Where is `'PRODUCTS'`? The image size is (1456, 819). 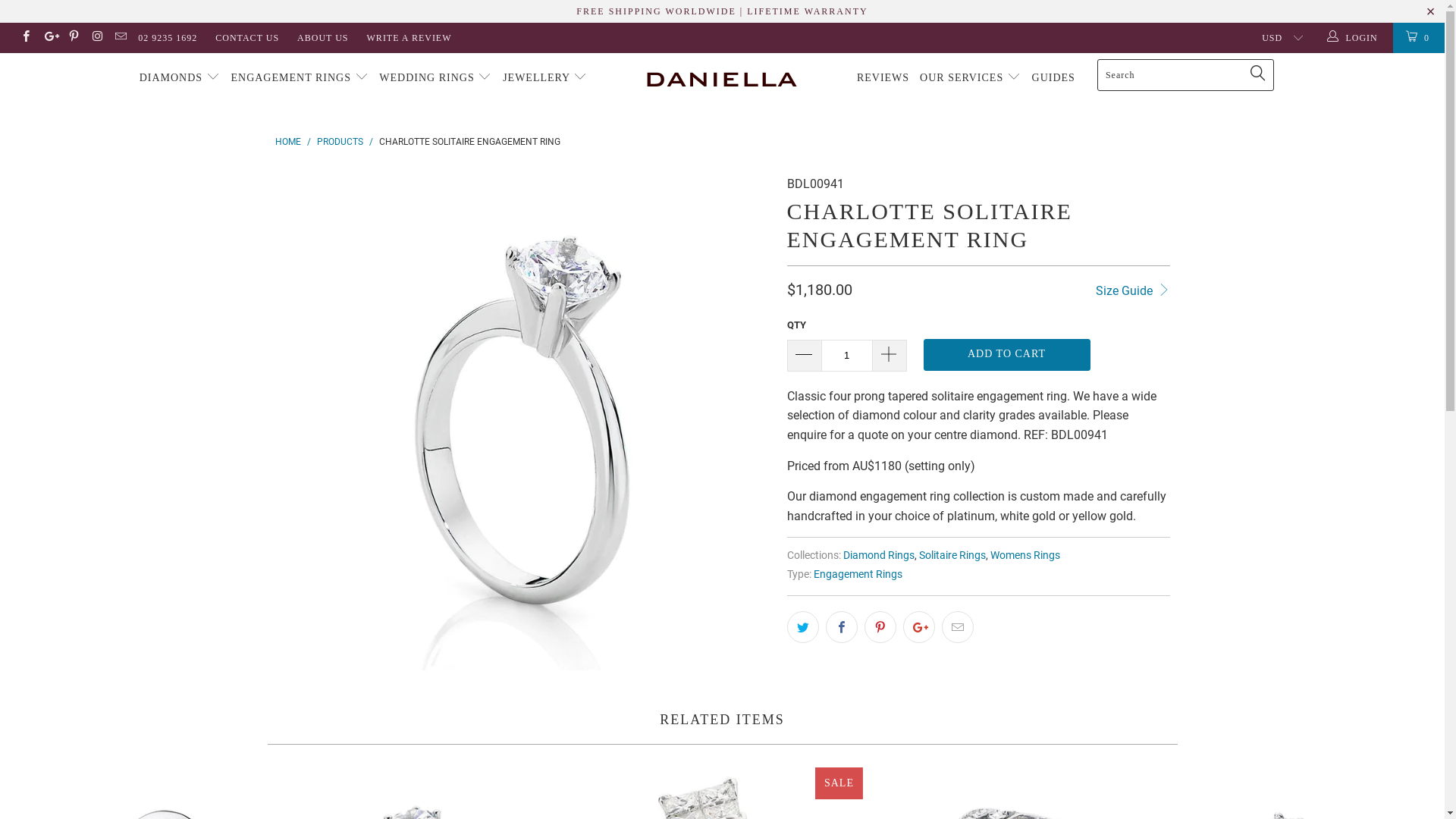
'PRODUCTS' is located at coordinates (339, 141).